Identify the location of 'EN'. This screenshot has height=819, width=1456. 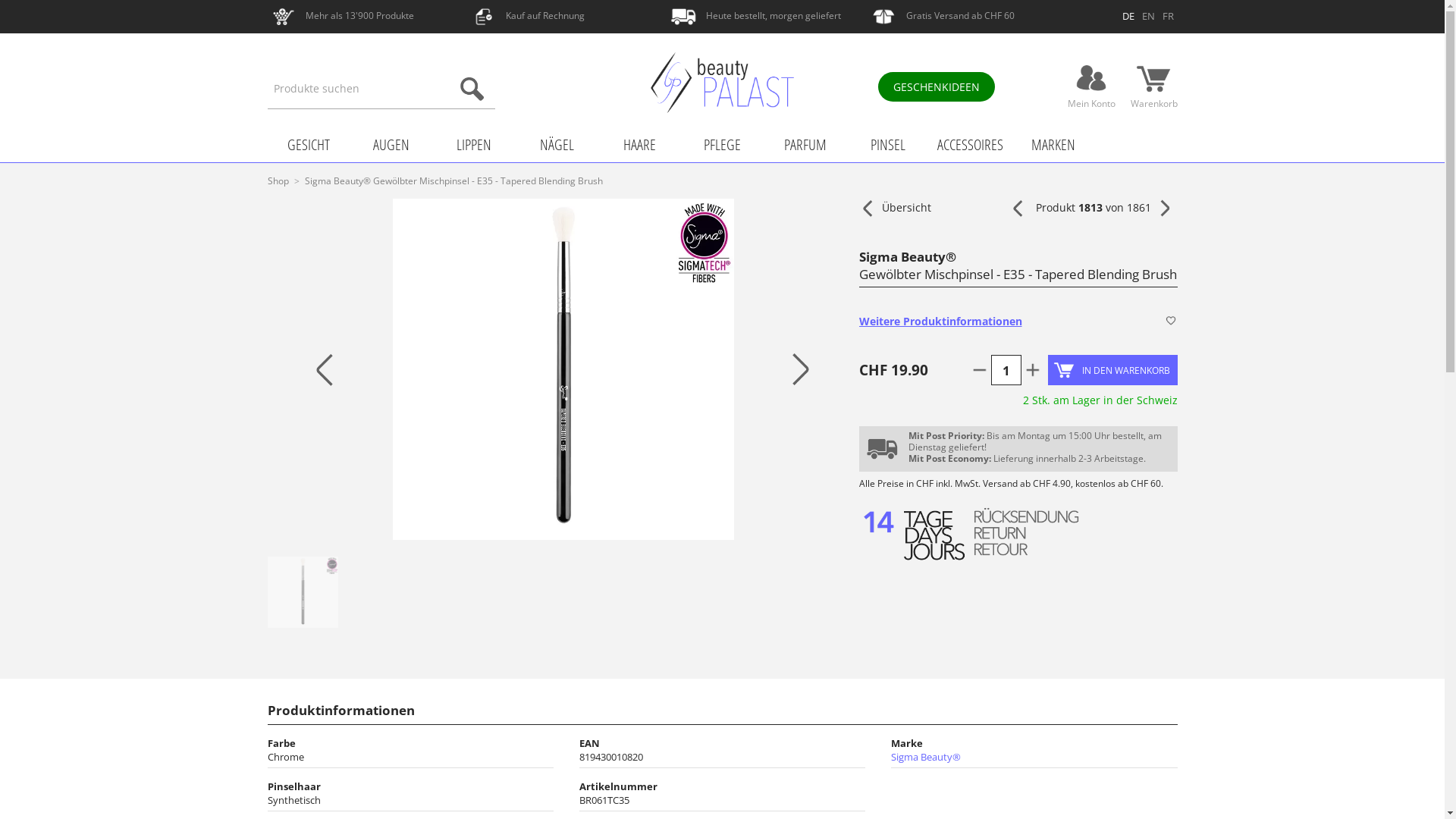
(1147, 15).